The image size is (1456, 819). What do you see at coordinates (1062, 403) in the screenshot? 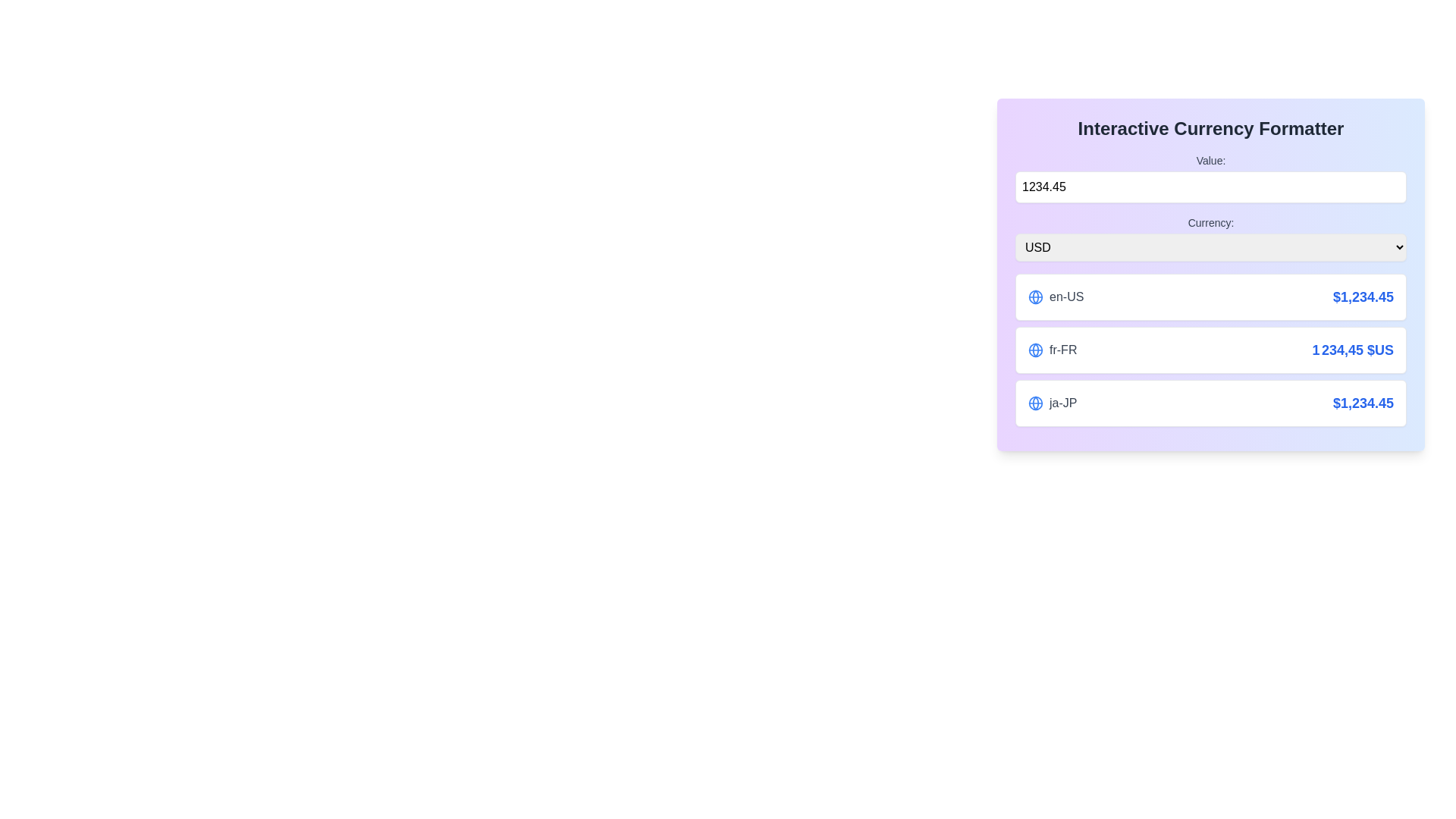
I see `the language identifier label that displays 'Japanese - Japan', located in the third row next to the globe icon and left of the currency amount '$1,234.45'` at bounding box center [1062, 403].